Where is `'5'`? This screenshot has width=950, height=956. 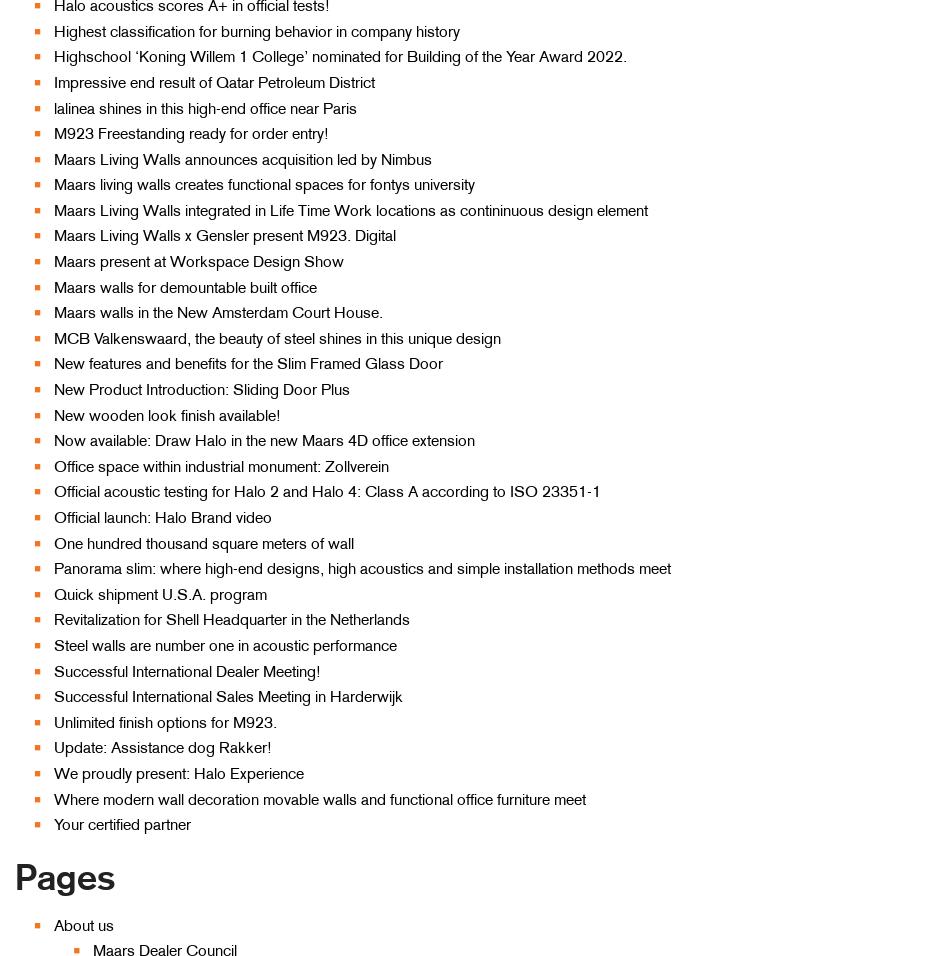
'5' is located at coordinates (730, 813).